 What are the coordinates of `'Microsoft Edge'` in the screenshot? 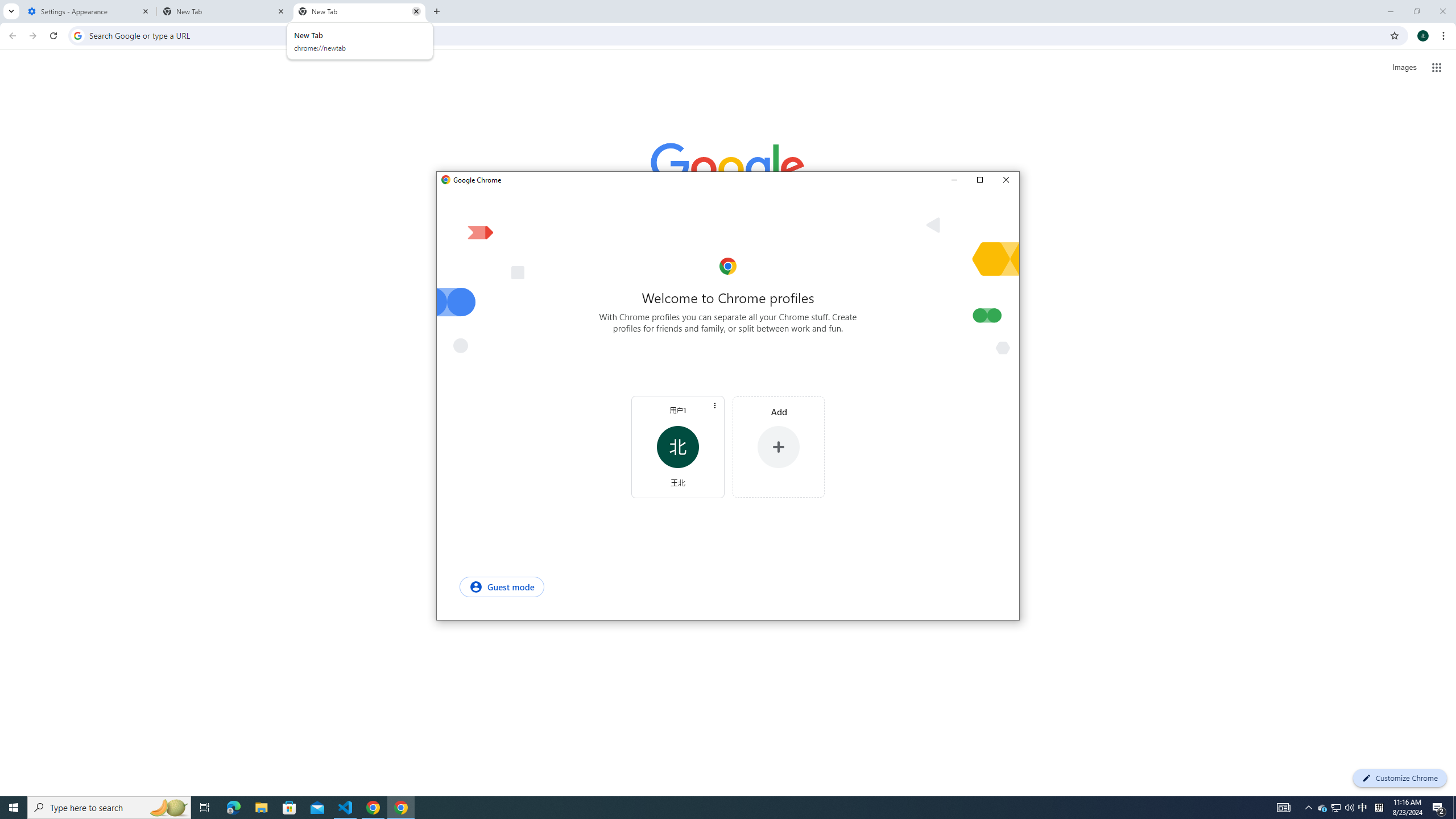 It's located at (289, 806).